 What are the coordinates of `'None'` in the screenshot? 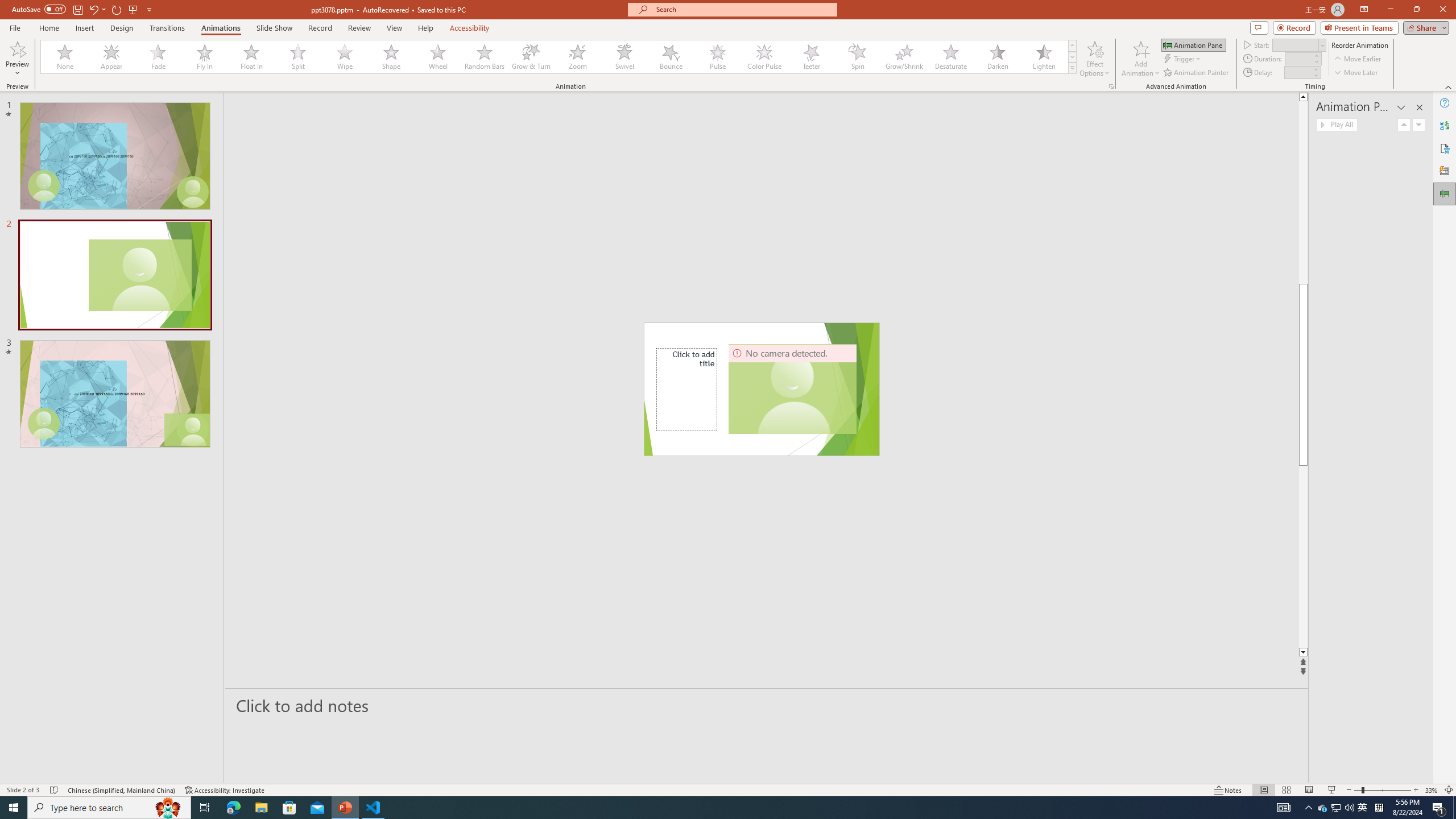 It's located at (65, 56).